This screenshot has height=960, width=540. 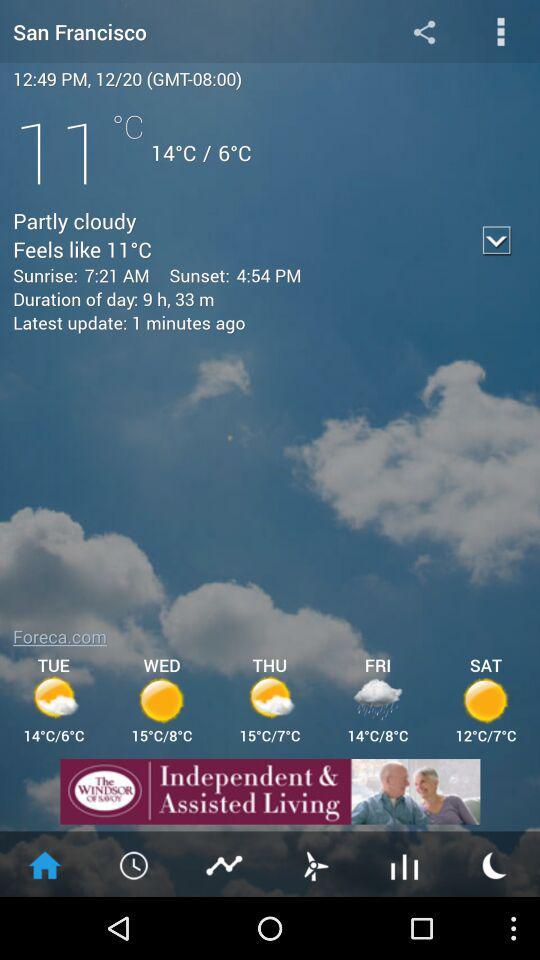 I want to click on share the article, so click(x=423, y=30).